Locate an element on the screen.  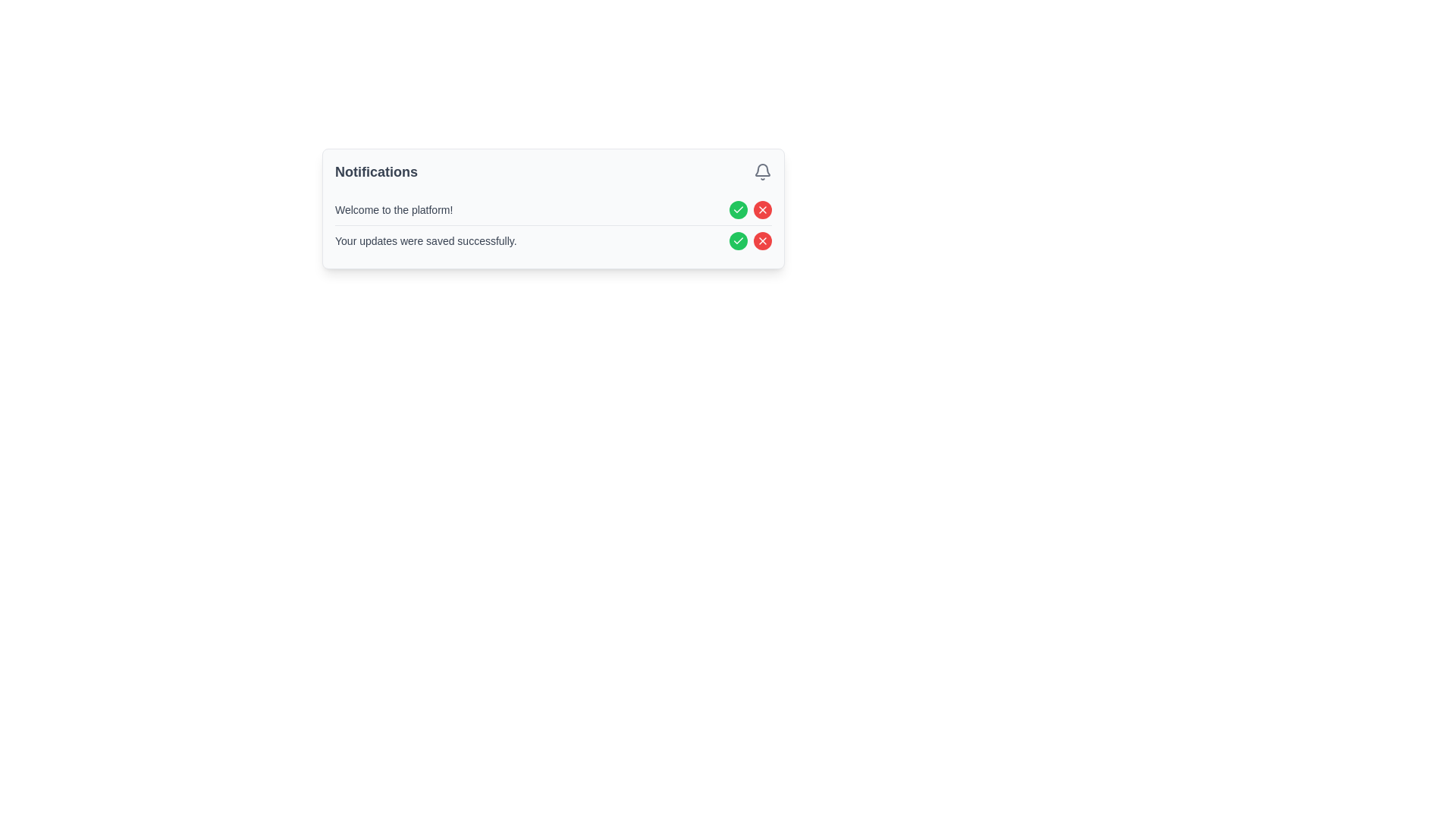
the bell-shaped icon located on the far right side of the header section labeled 'Notifications' is located at coordinates (763, 171).